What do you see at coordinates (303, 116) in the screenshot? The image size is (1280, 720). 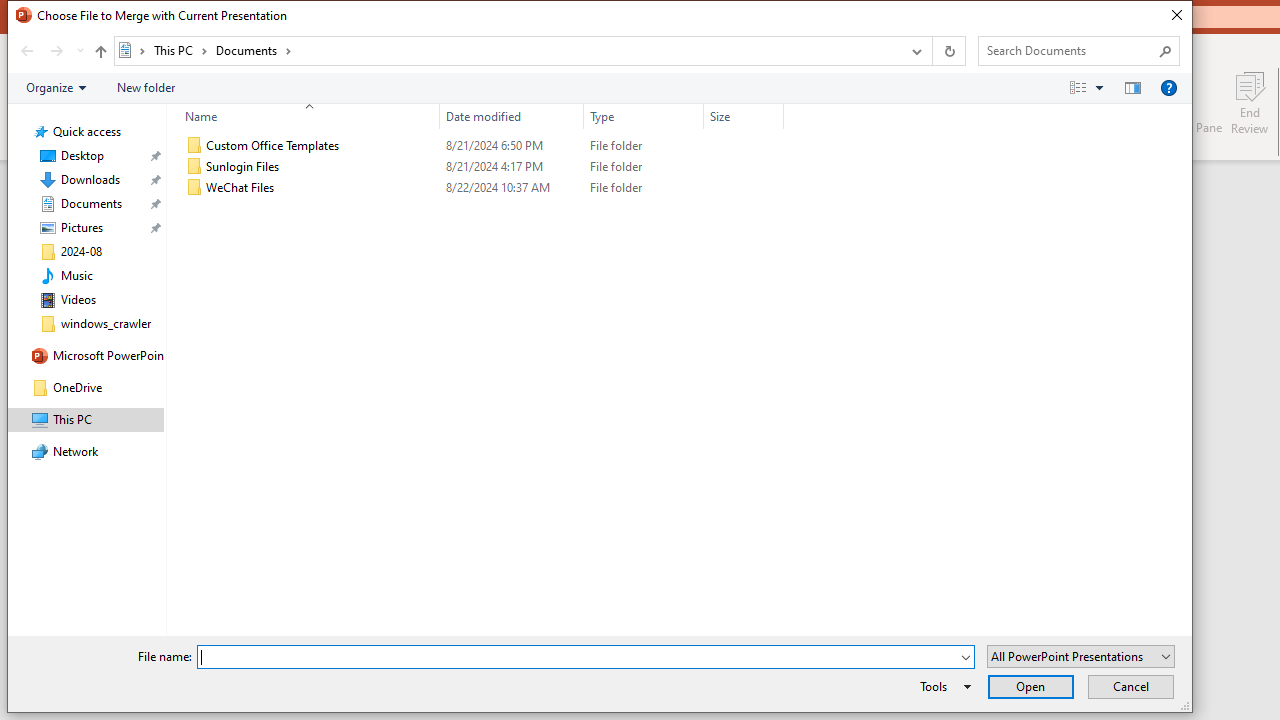 I see `'Name'` at bounding box center [303, 116].